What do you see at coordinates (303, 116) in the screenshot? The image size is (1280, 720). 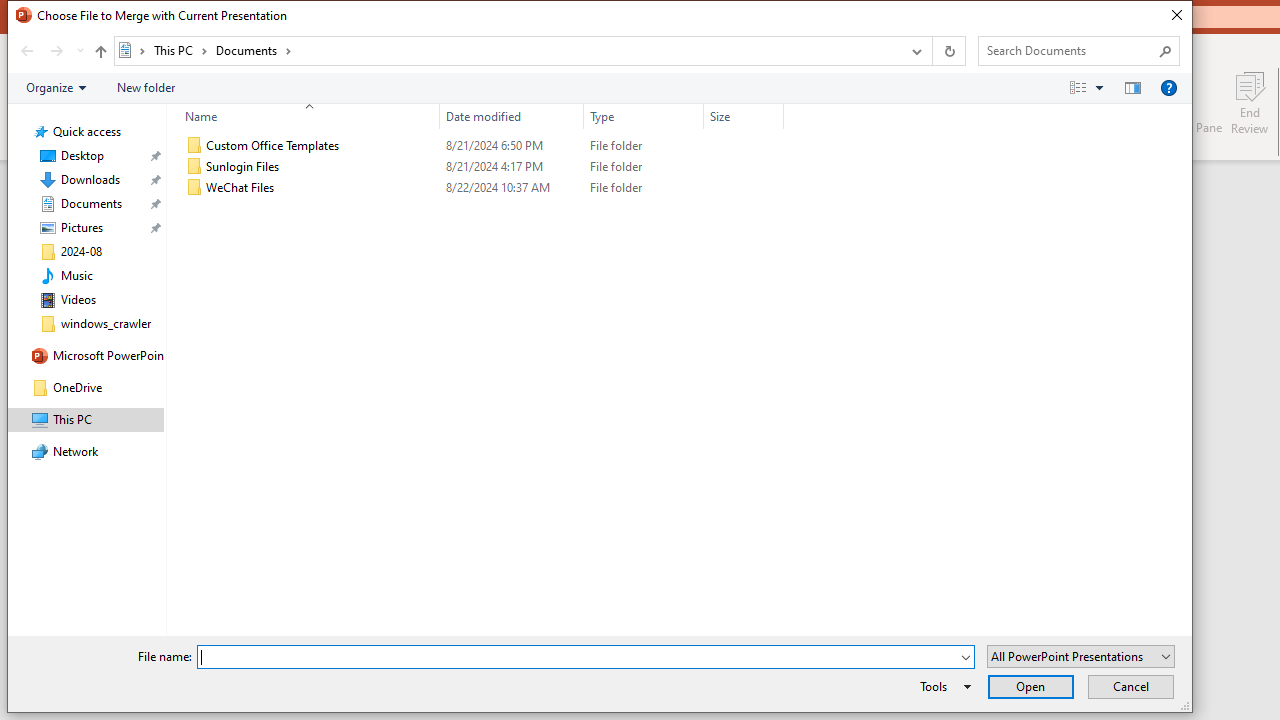 I see `'Name'` at bounding box center [303, 116].